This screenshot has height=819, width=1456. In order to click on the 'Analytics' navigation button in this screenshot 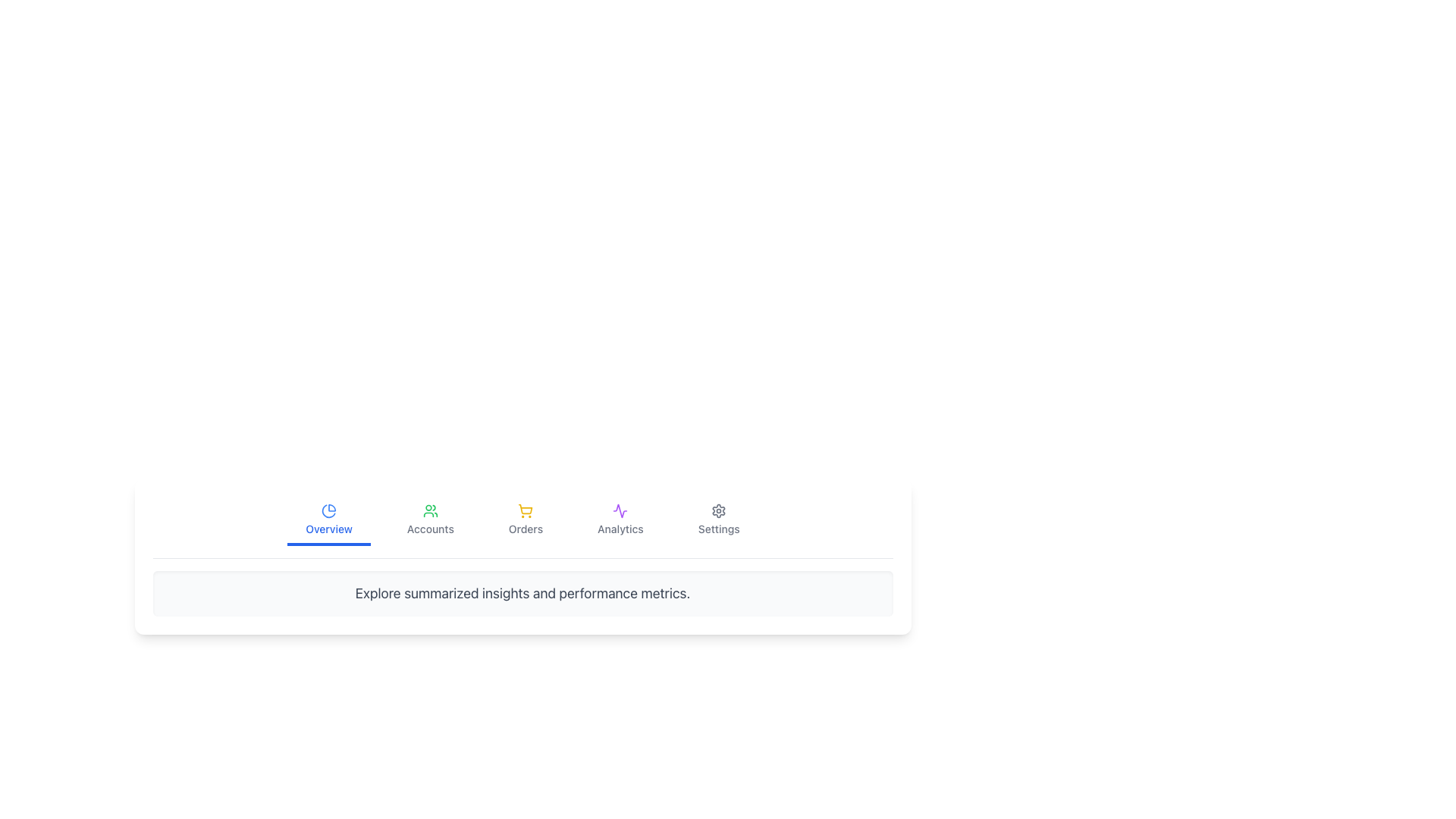, I will do `click(620, 520)`.